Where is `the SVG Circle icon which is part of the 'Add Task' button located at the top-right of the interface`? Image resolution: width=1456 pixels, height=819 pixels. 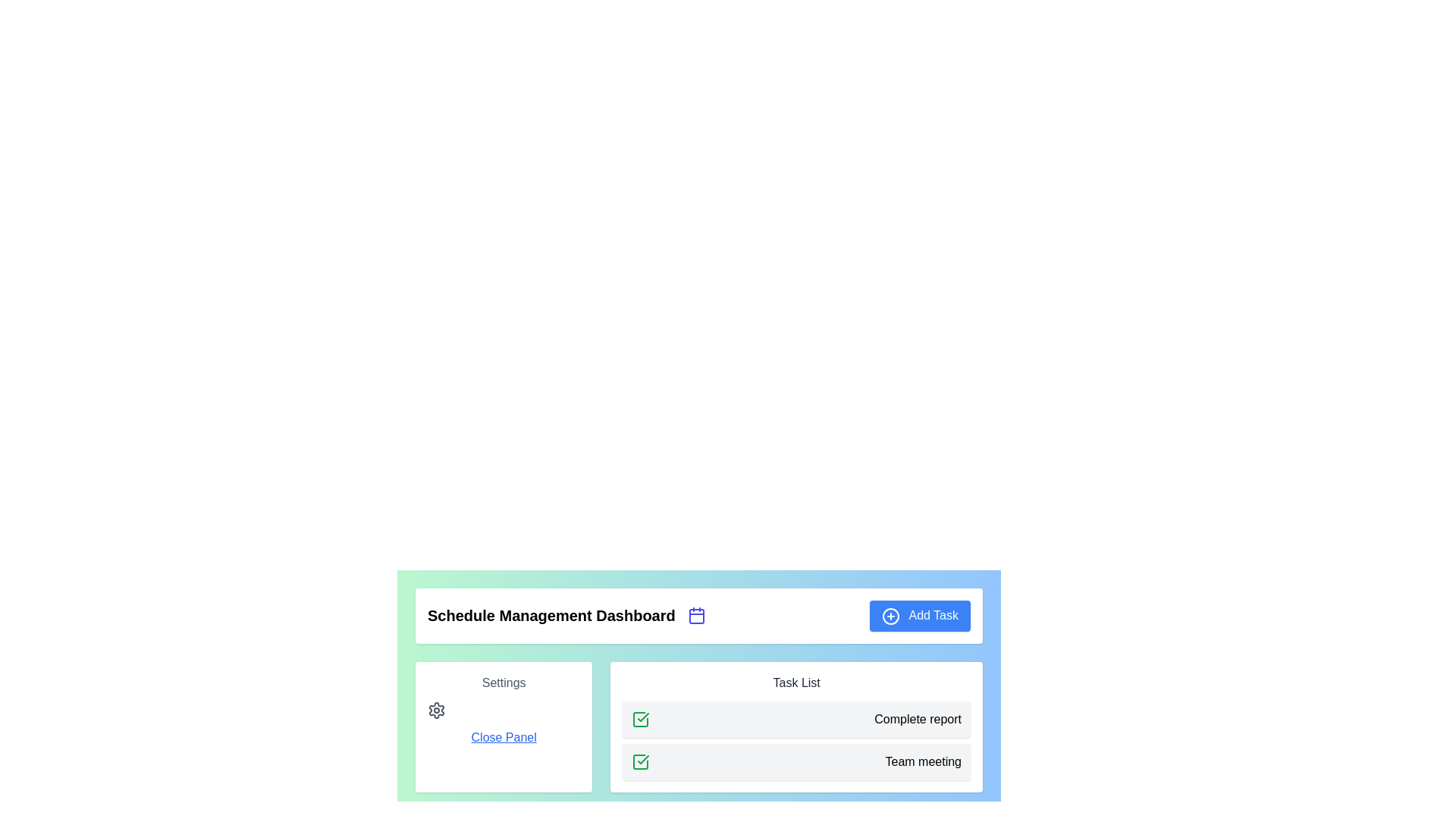
the SVG Circle icon which is part of the 'Add Task' button located at the top-right of the interface is located at coordinates (890, 616).